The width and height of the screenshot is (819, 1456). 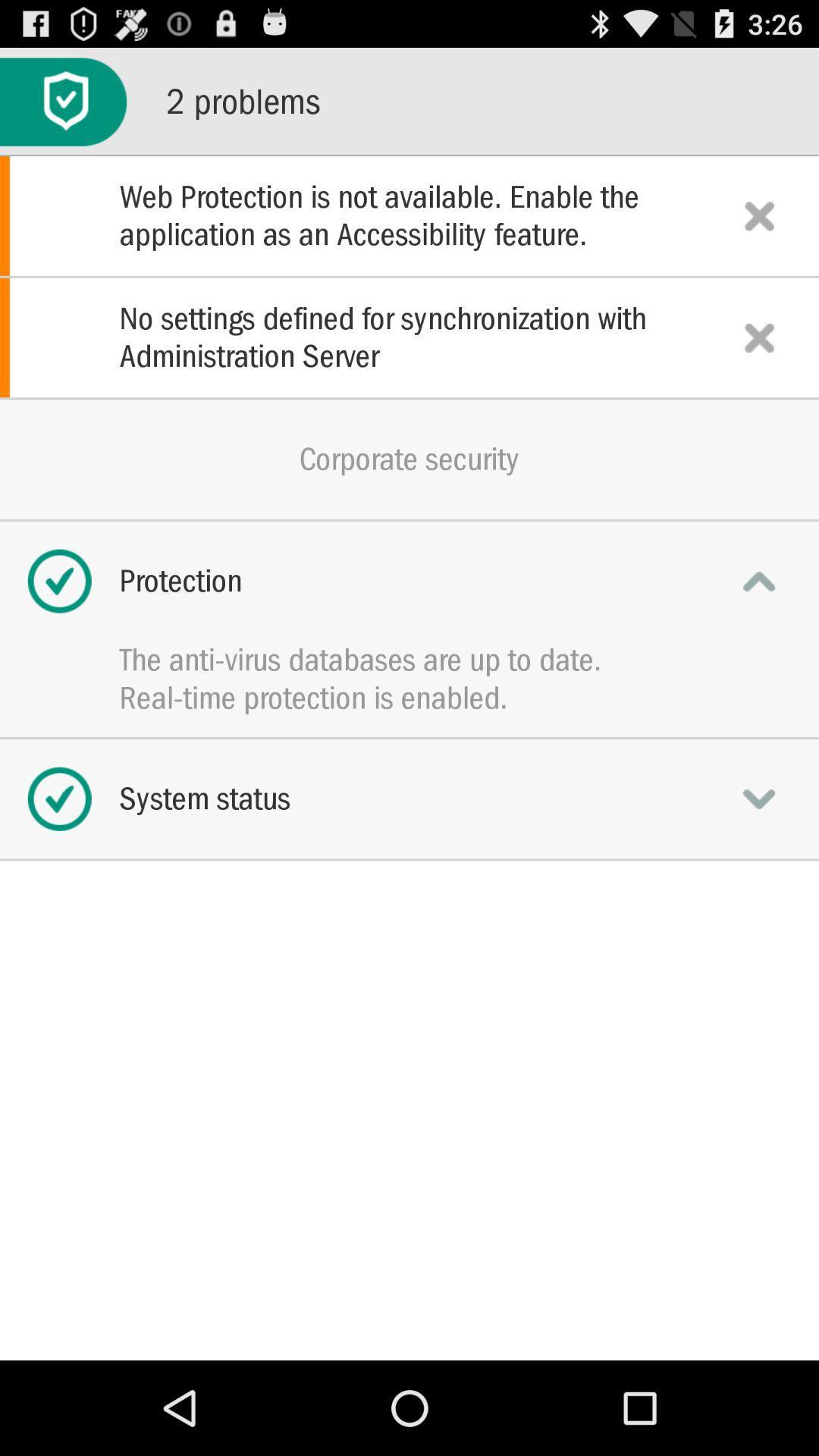 I want to click on system status options, so click(x=759, y=798).